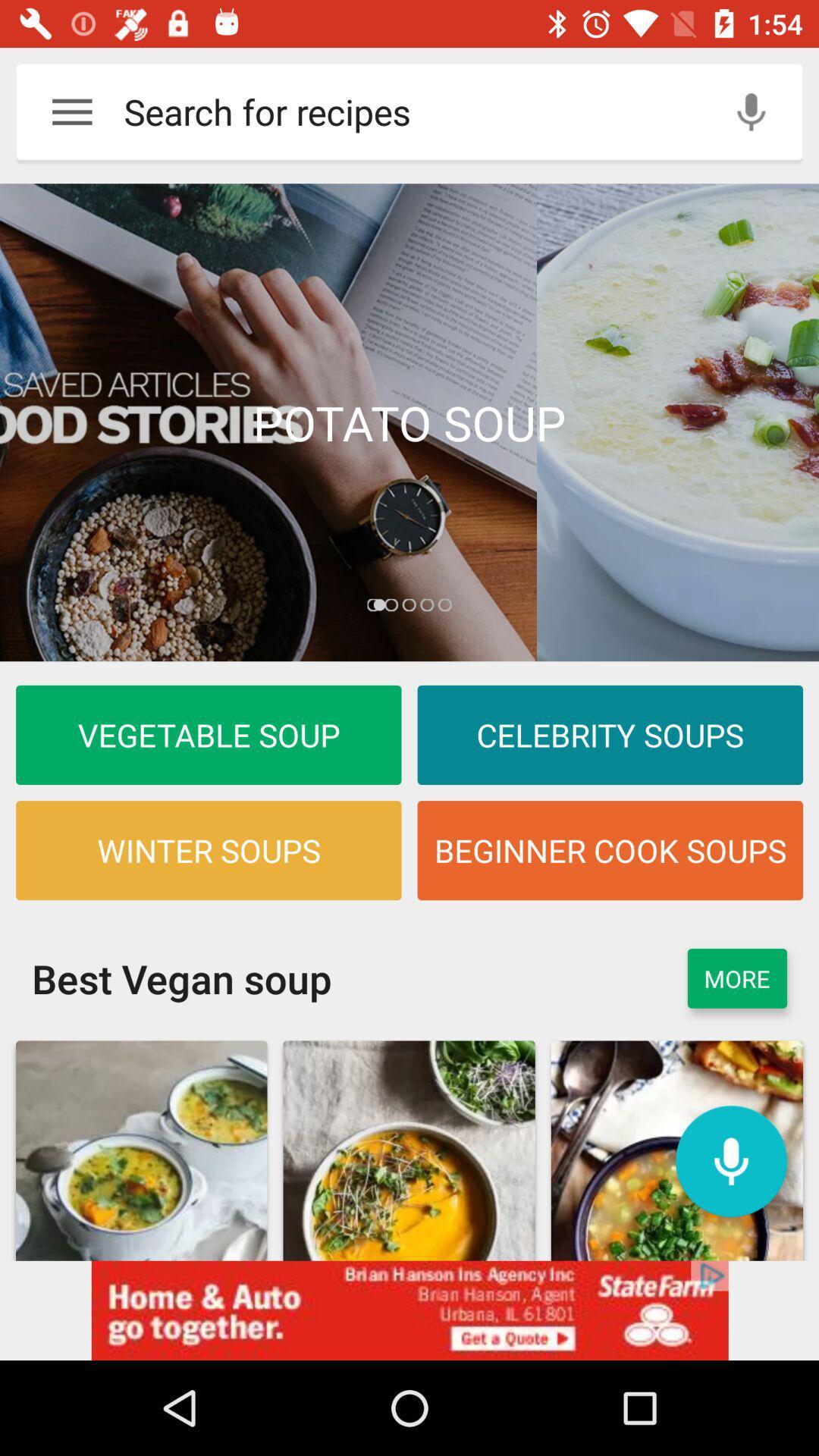 The image size is (819, 1456). I want to click on mike, so click(751, 111).